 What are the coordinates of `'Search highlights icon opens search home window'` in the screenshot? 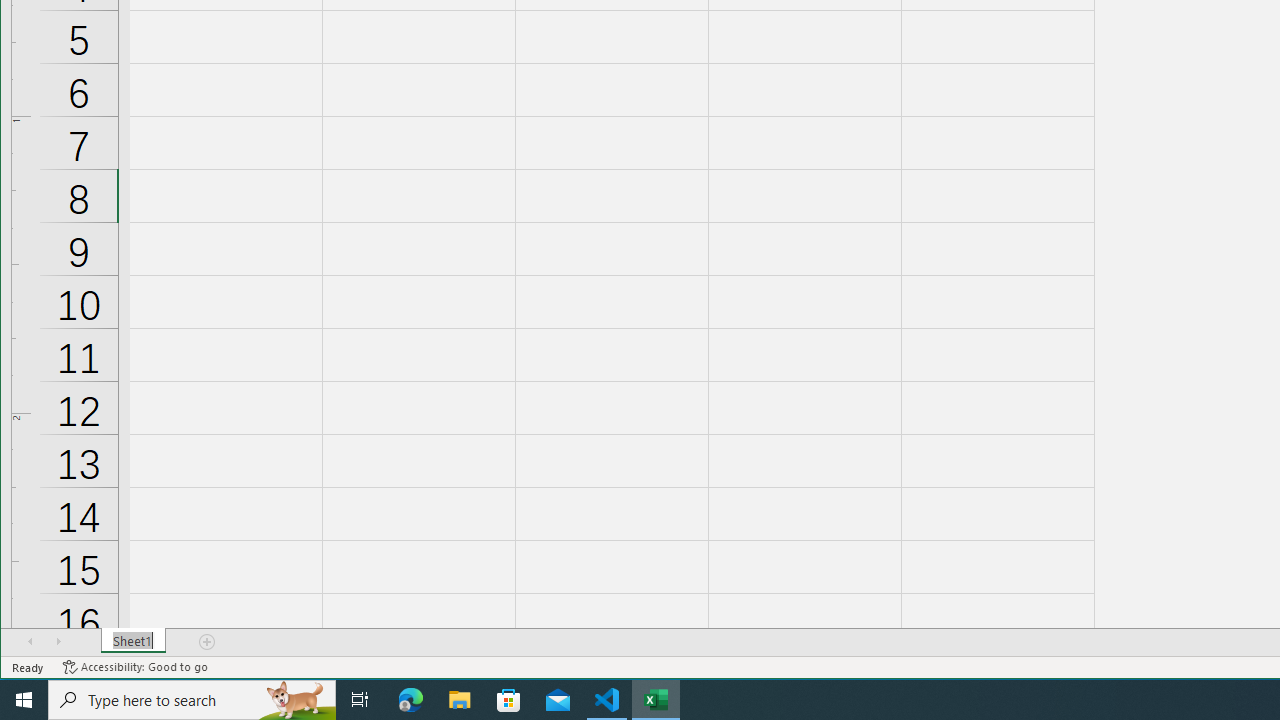 It's located at (294, 698).